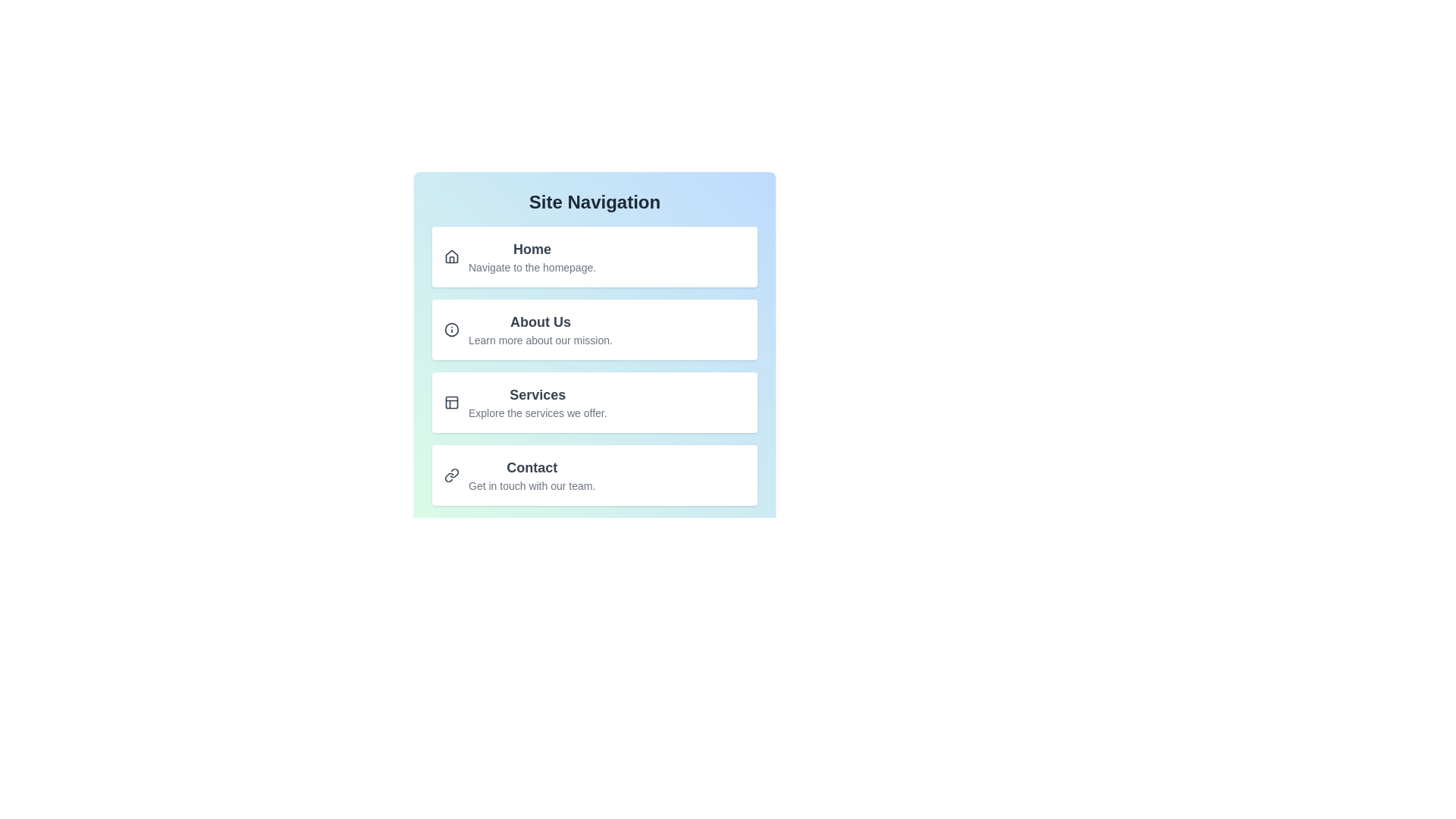  What do you see at coordinates (594, 329) in the screenshot?
I see `the second navigation link in the menu, located under 'Home' and above 'Services'` at bounding box center [594, 329].